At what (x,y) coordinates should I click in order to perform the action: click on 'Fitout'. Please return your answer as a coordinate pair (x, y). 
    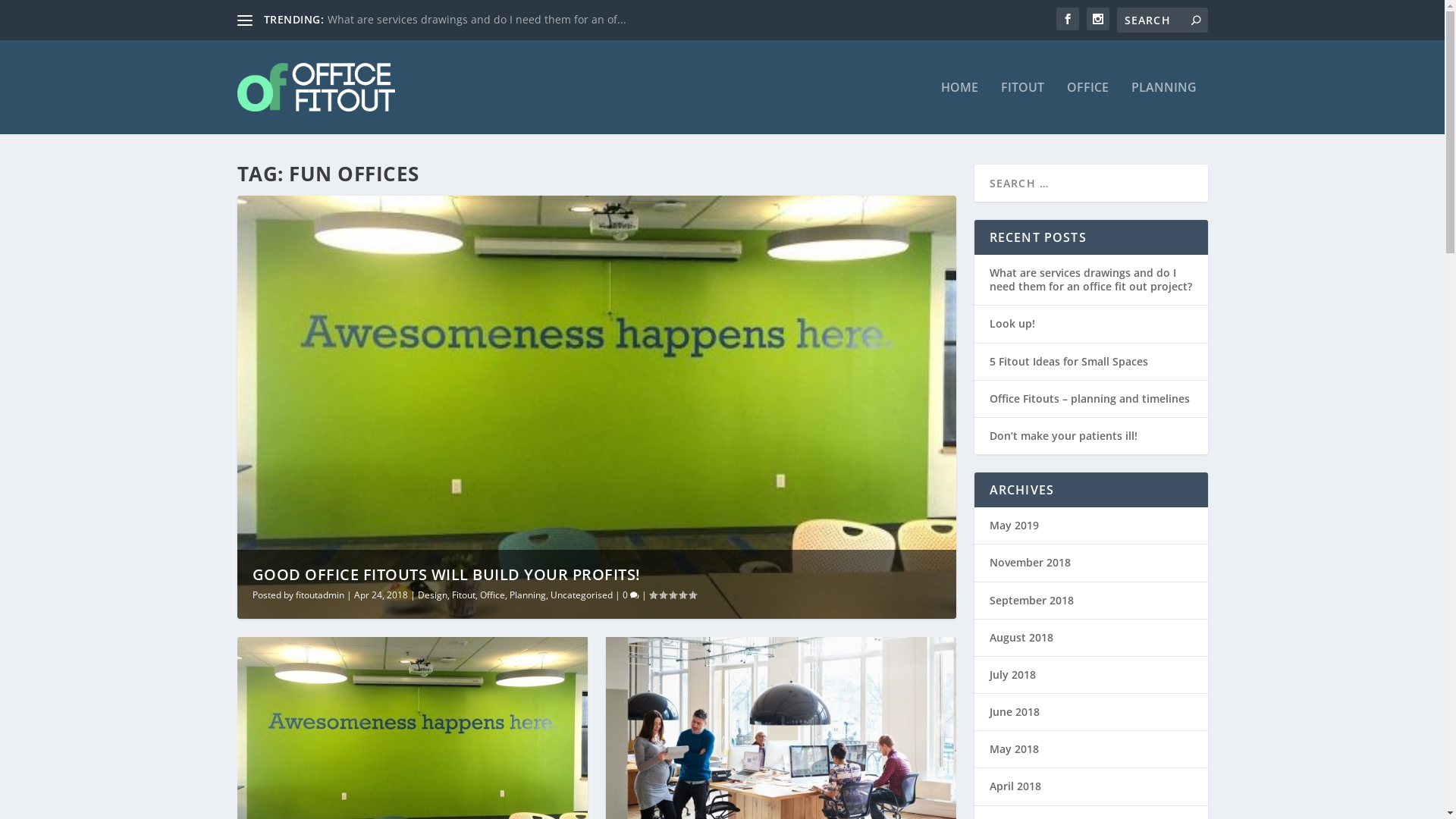
    Looking at the image, I should click on (463, 594).